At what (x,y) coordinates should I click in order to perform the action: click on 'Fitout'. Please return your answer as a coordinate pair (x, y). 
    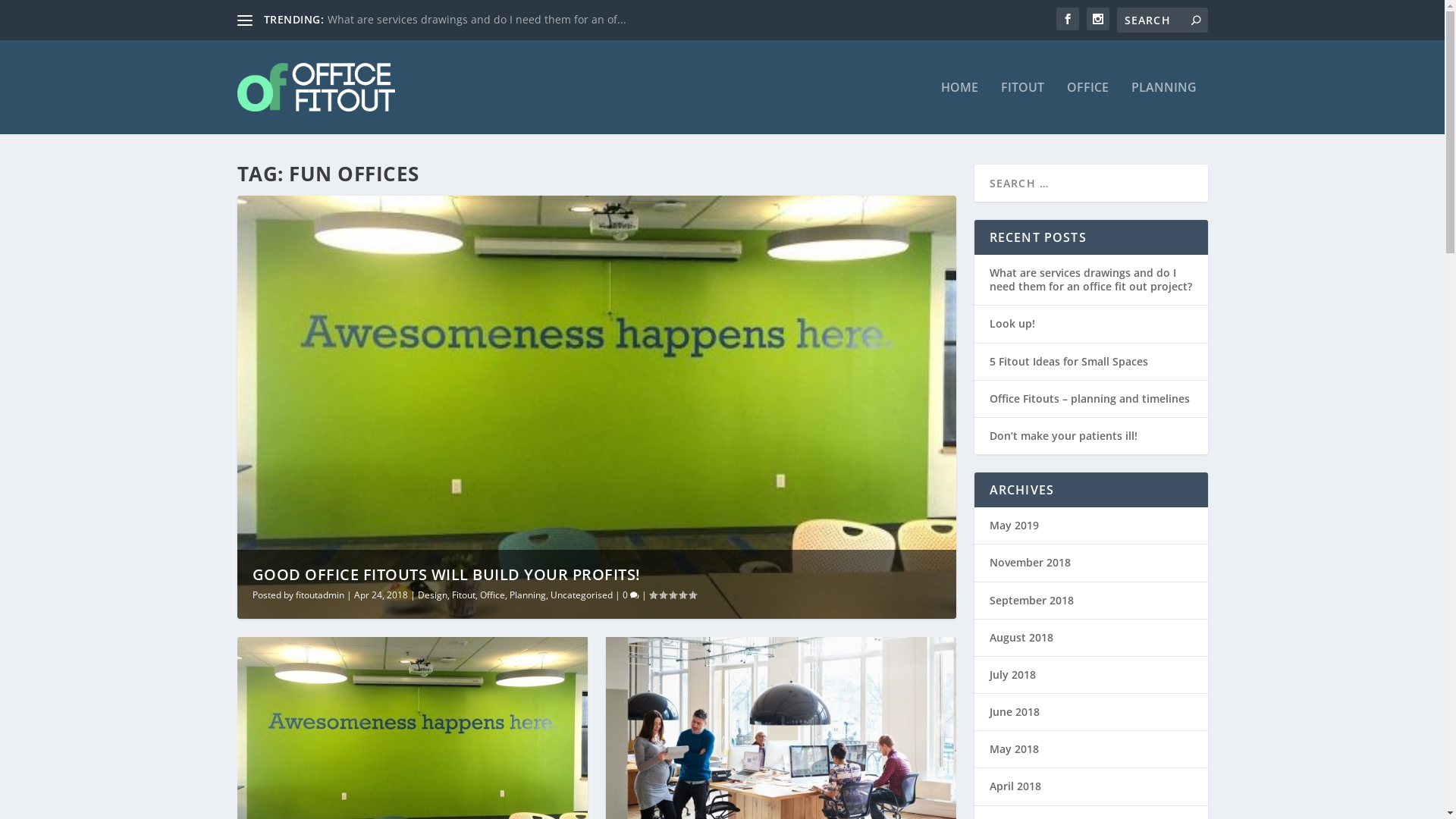
    Looking at the image, I should click on (463, 594).